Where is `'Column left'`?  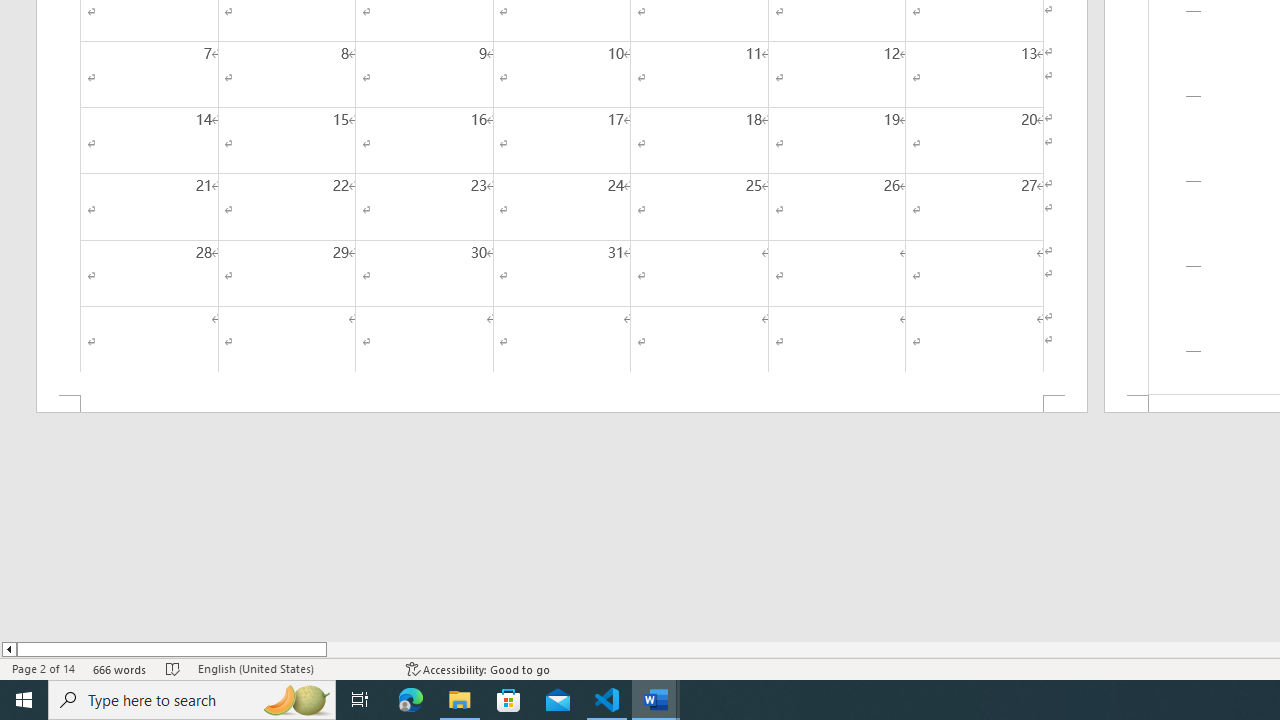 'Column left' is located at coordinates (8, 649).